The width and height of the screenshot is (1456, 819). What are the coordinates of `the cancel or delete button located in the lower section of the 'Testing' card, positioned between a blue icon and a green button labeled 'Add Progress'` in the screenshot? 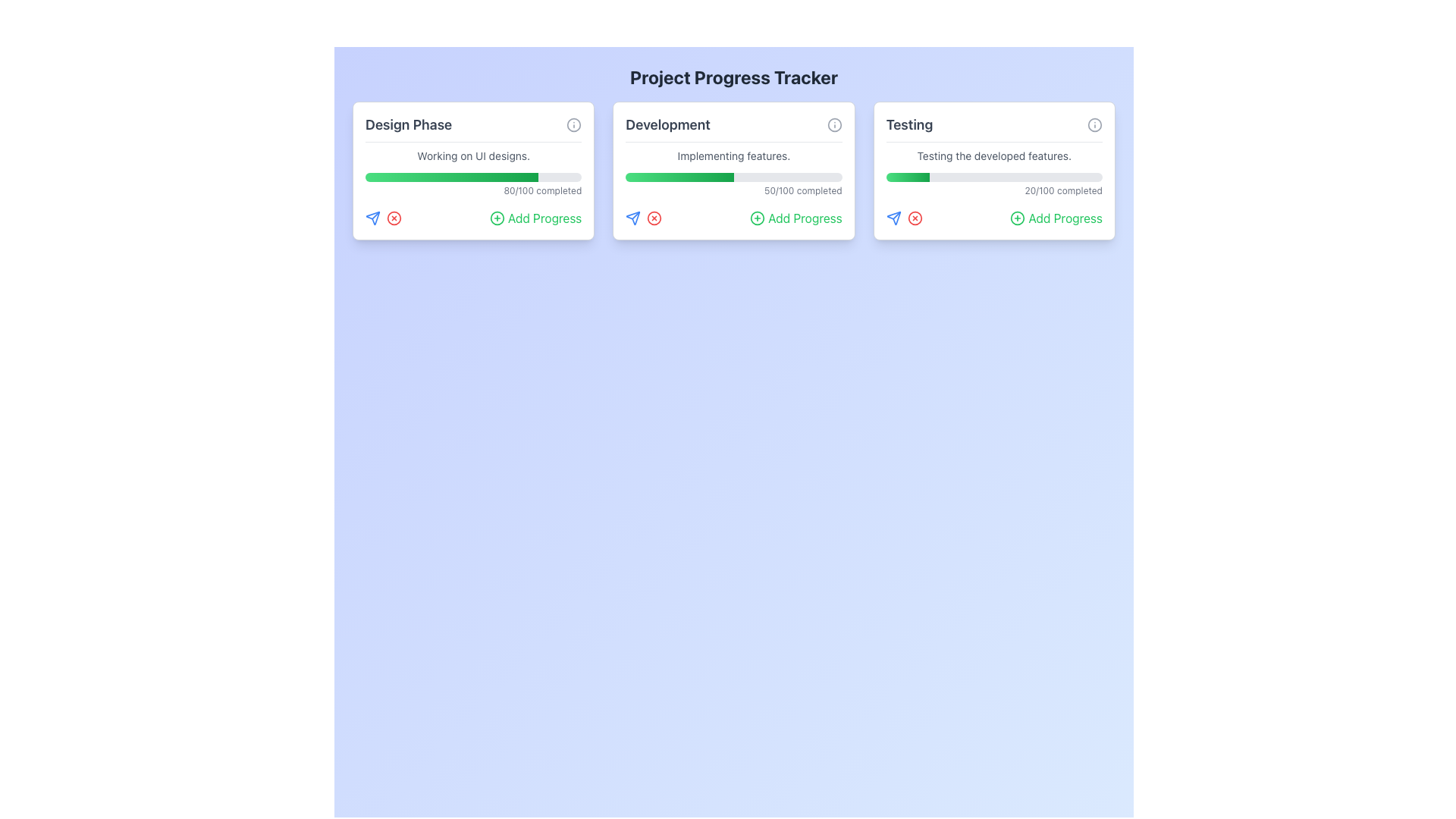 It's located at (914, 218).